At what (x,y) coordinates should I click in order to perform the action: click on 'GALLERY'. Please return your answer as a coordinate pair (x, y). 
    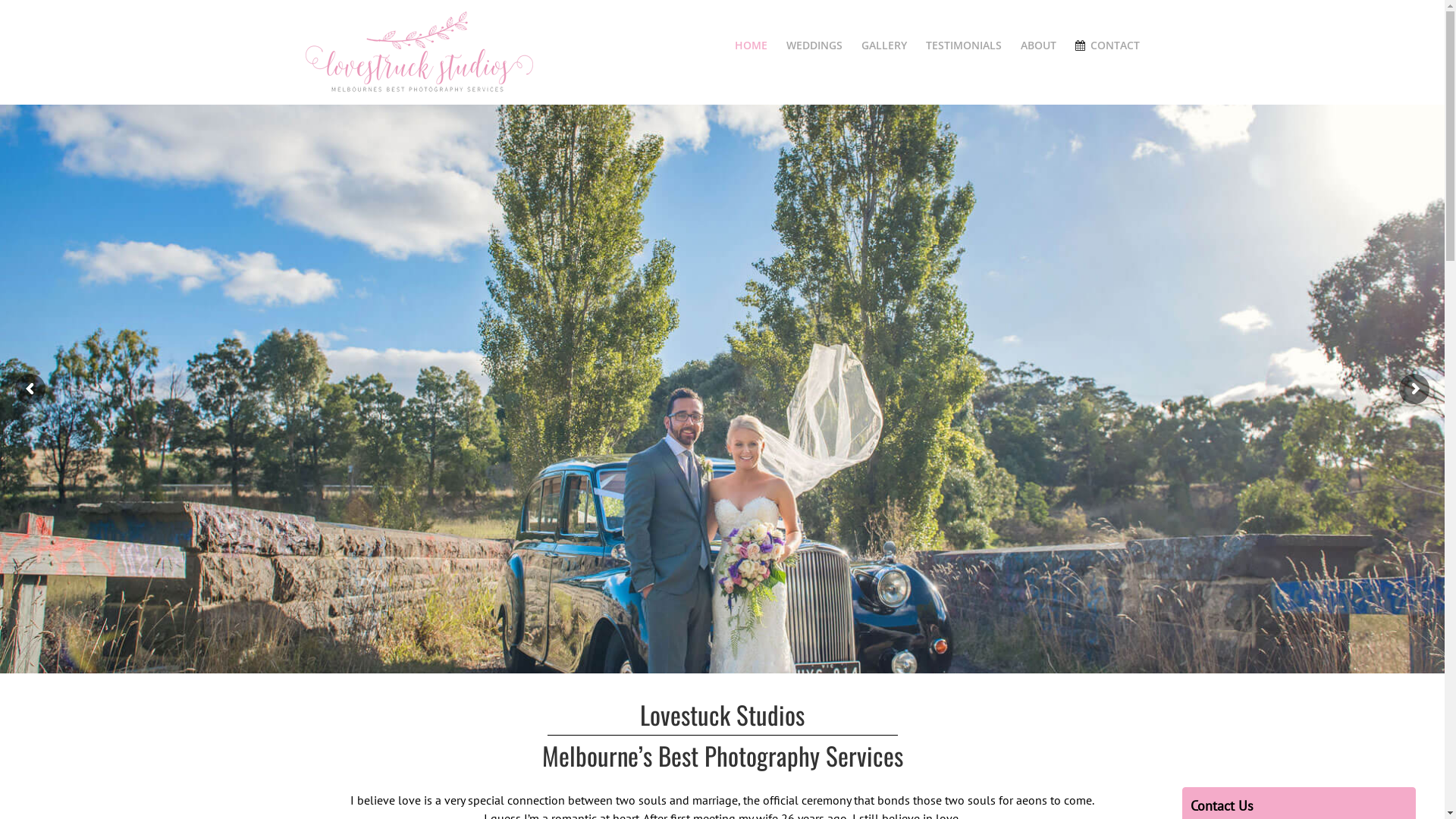
    Looking at the image, I should click on (884, 45).